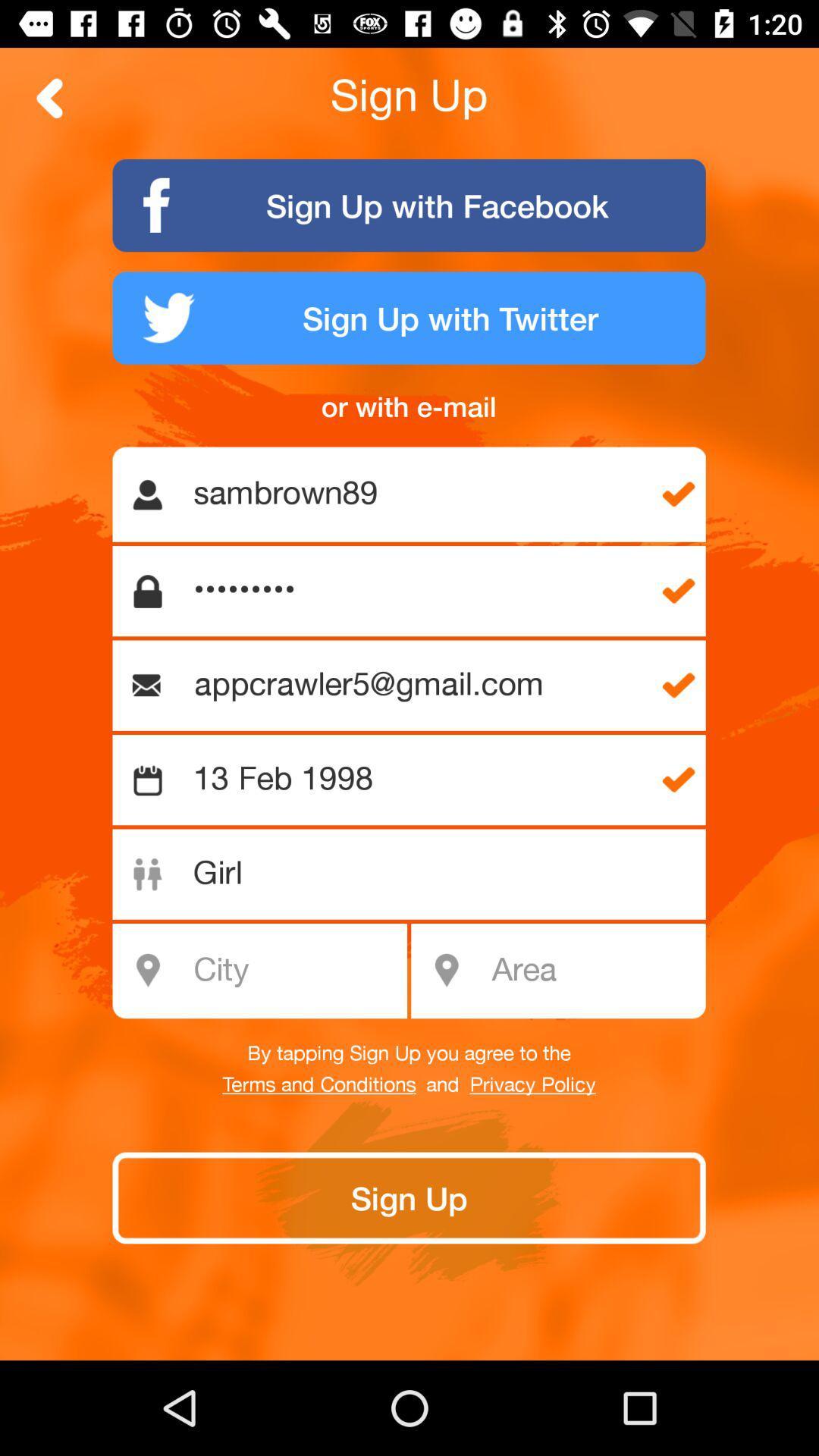 Image resolution: width=819 pixels, height=1456 pixels. What do you see at coordinates (49, 97) in the screenshot?
I see `go back` at bounding box center [49, 97].